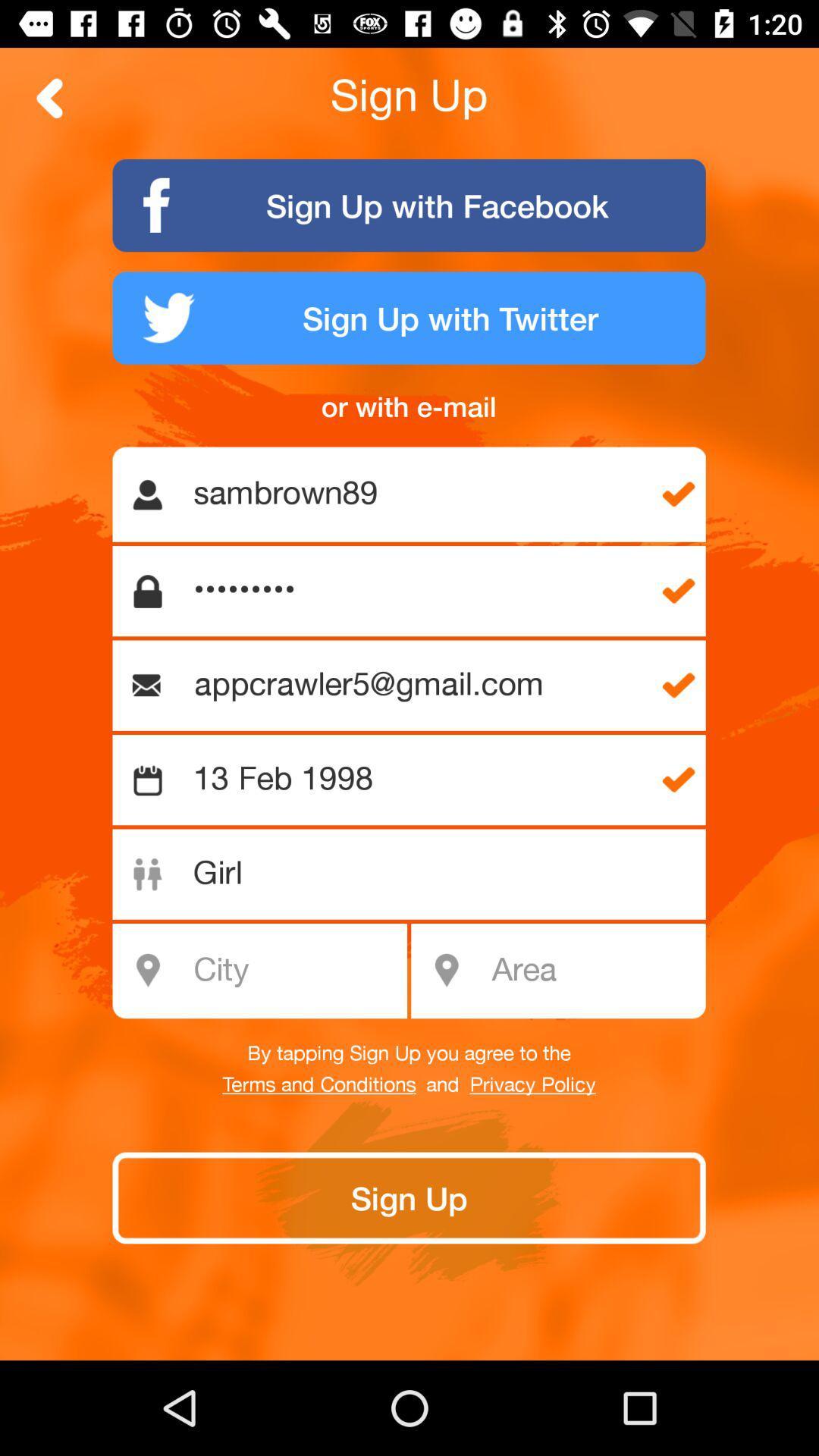 Image resolution: width=819 pixels, height=1456 pixels. What do you see at coordinates (49, 97) in the screenshot?
I see `go back` at bounding box center [49, 97].